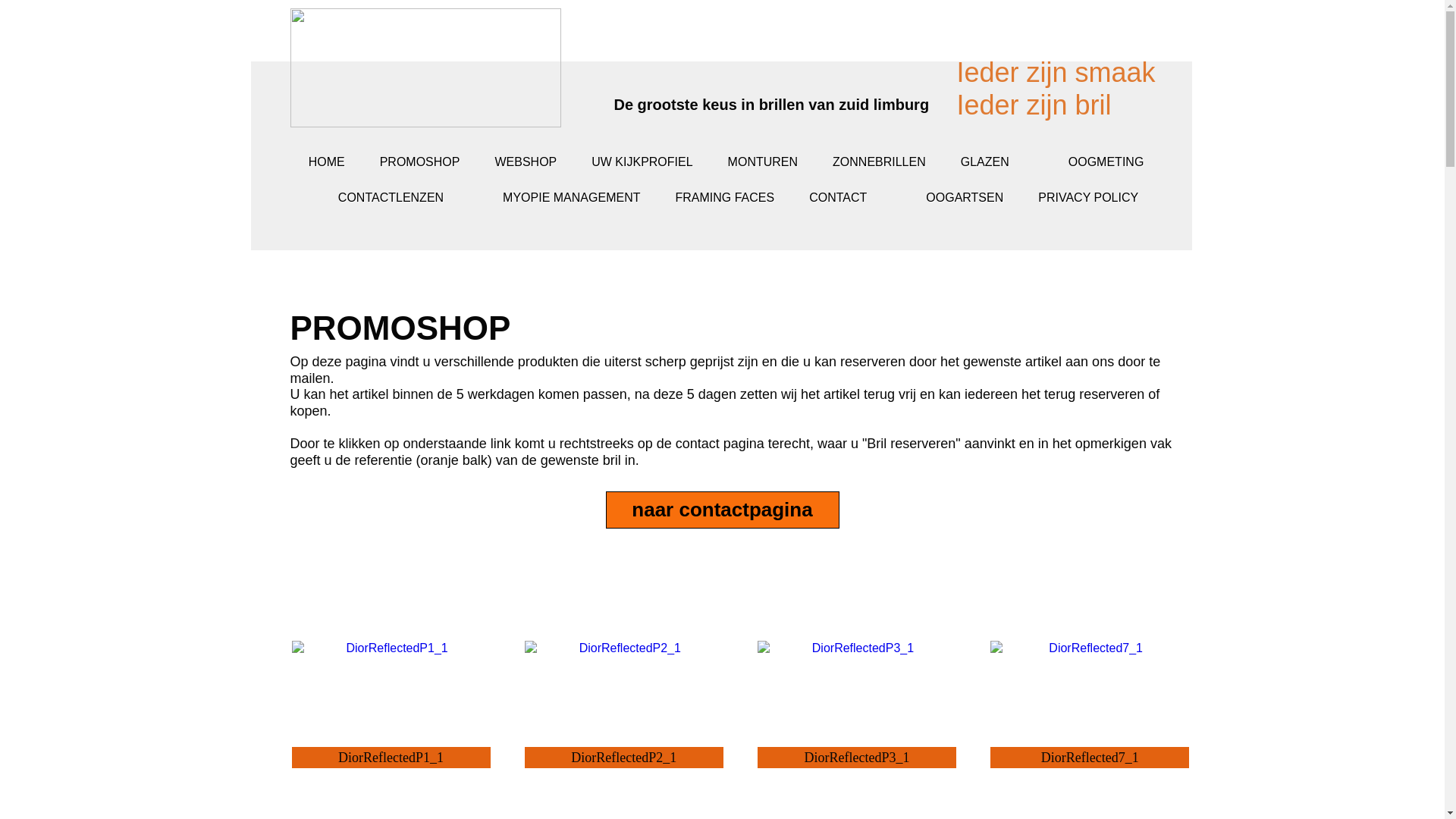  Describe the element at coordinates (709, 162) in the screenshot. I see `'MONTUREN'` at that location.